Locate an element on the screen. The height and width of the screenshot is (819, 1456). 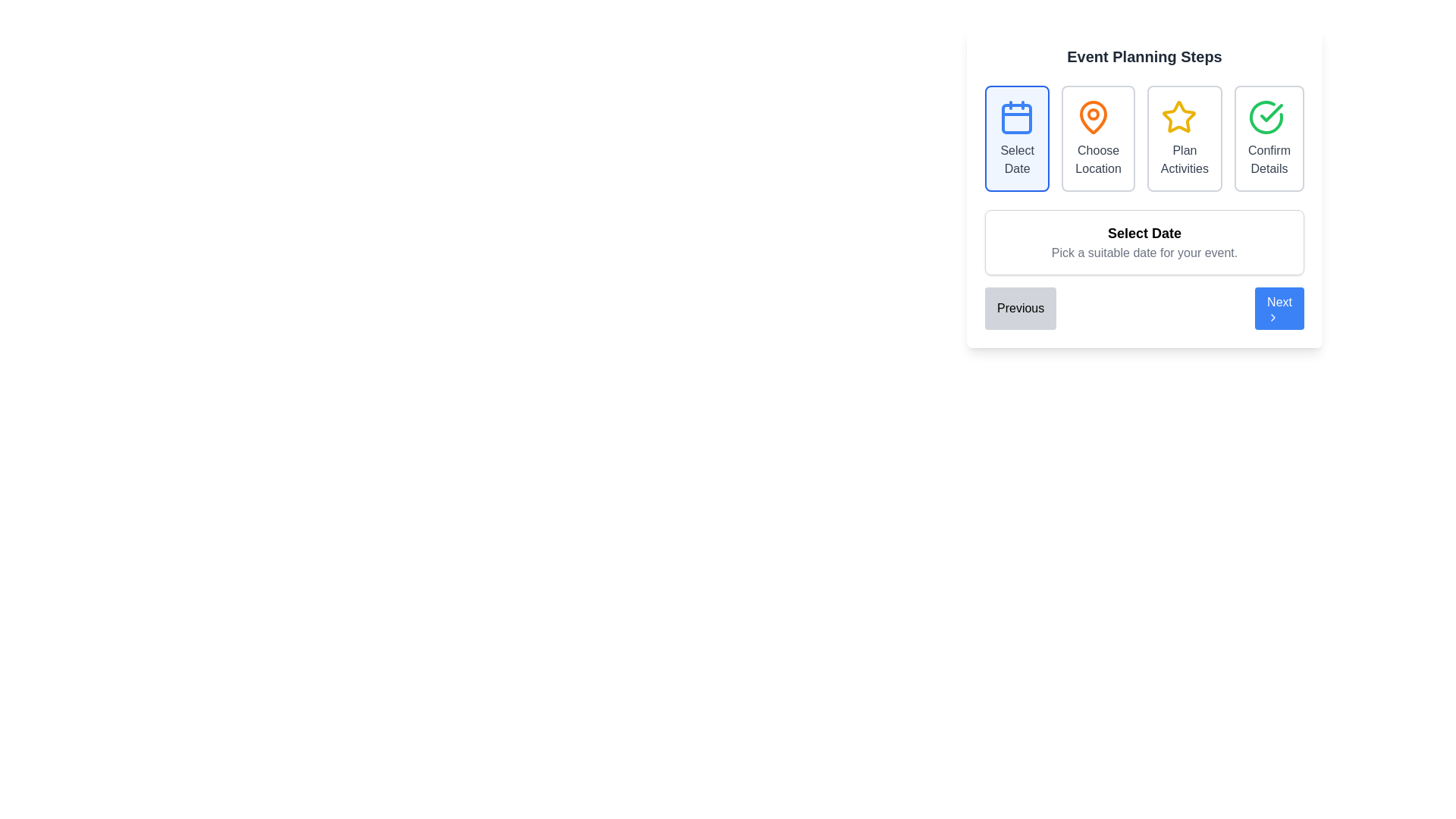
the visual representation of the orange pin icon, which is the second step in the horizontal progress indicator is located at coordinates (1094, 116).